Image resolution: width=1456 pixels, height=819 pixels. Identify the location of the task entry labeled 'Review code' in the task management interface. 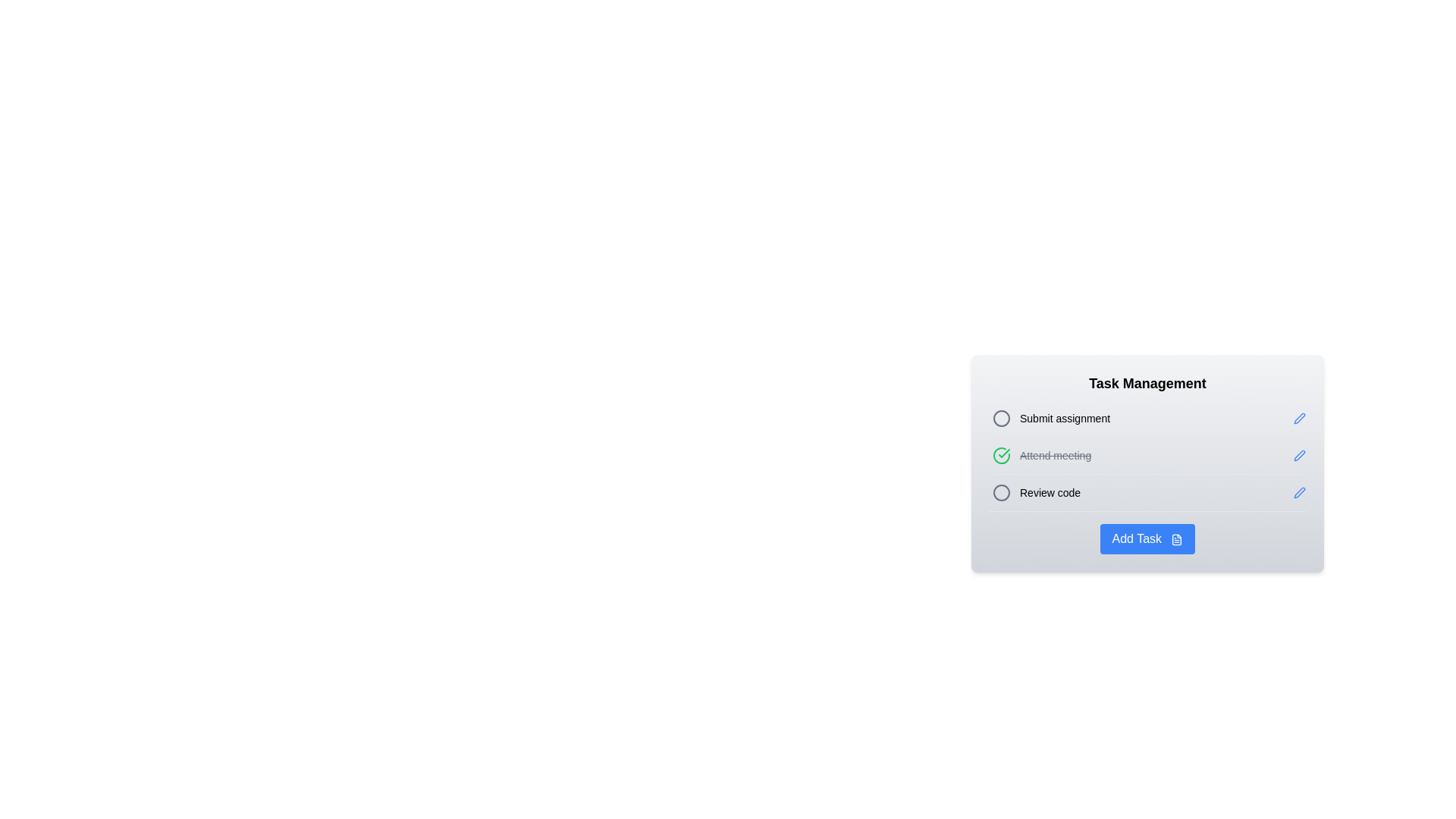
(1034, 493).